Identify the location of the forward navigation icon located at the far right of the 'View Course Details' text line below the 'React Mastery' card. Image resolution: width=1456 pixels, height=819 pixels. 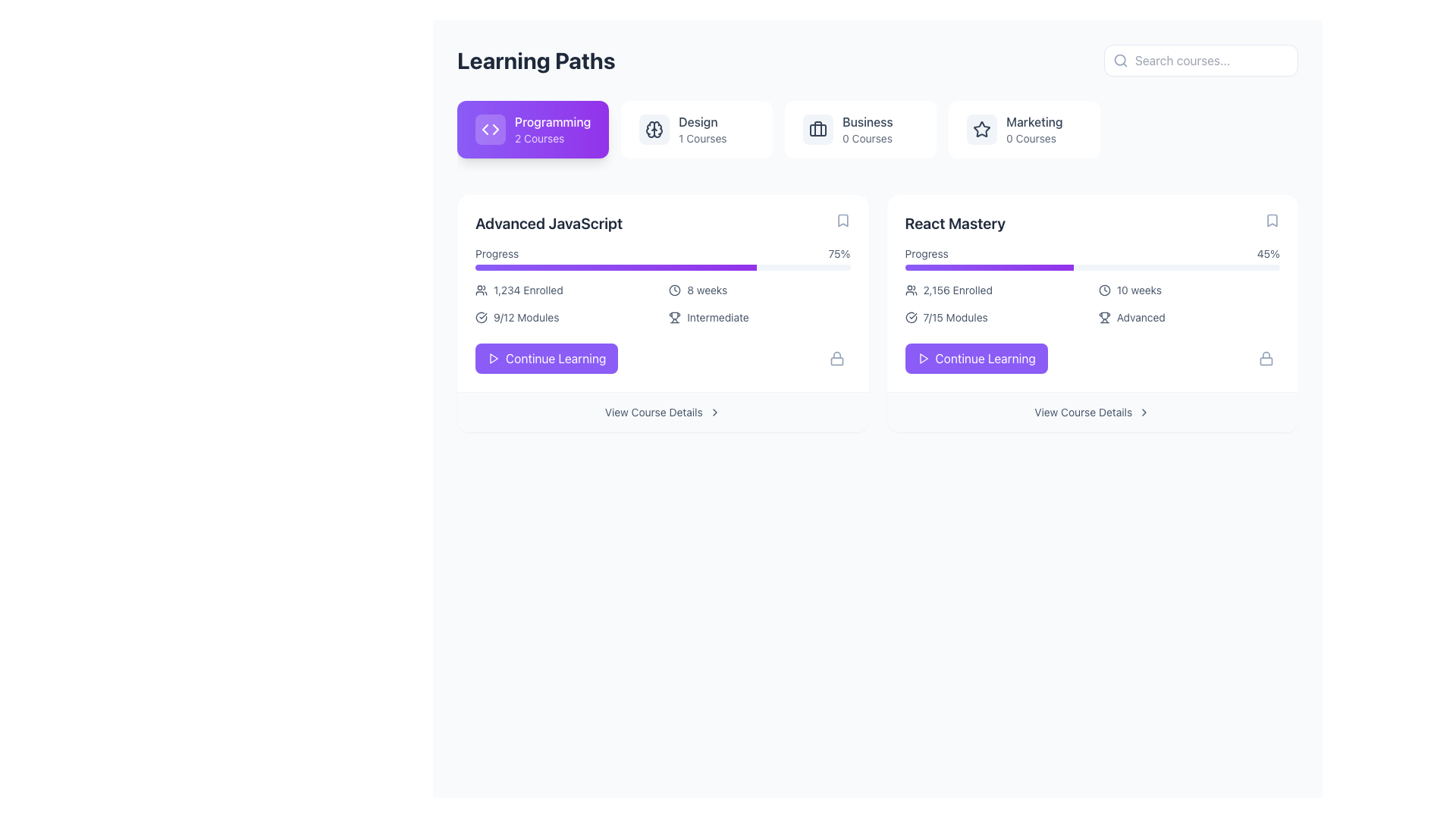
(1144, 412).